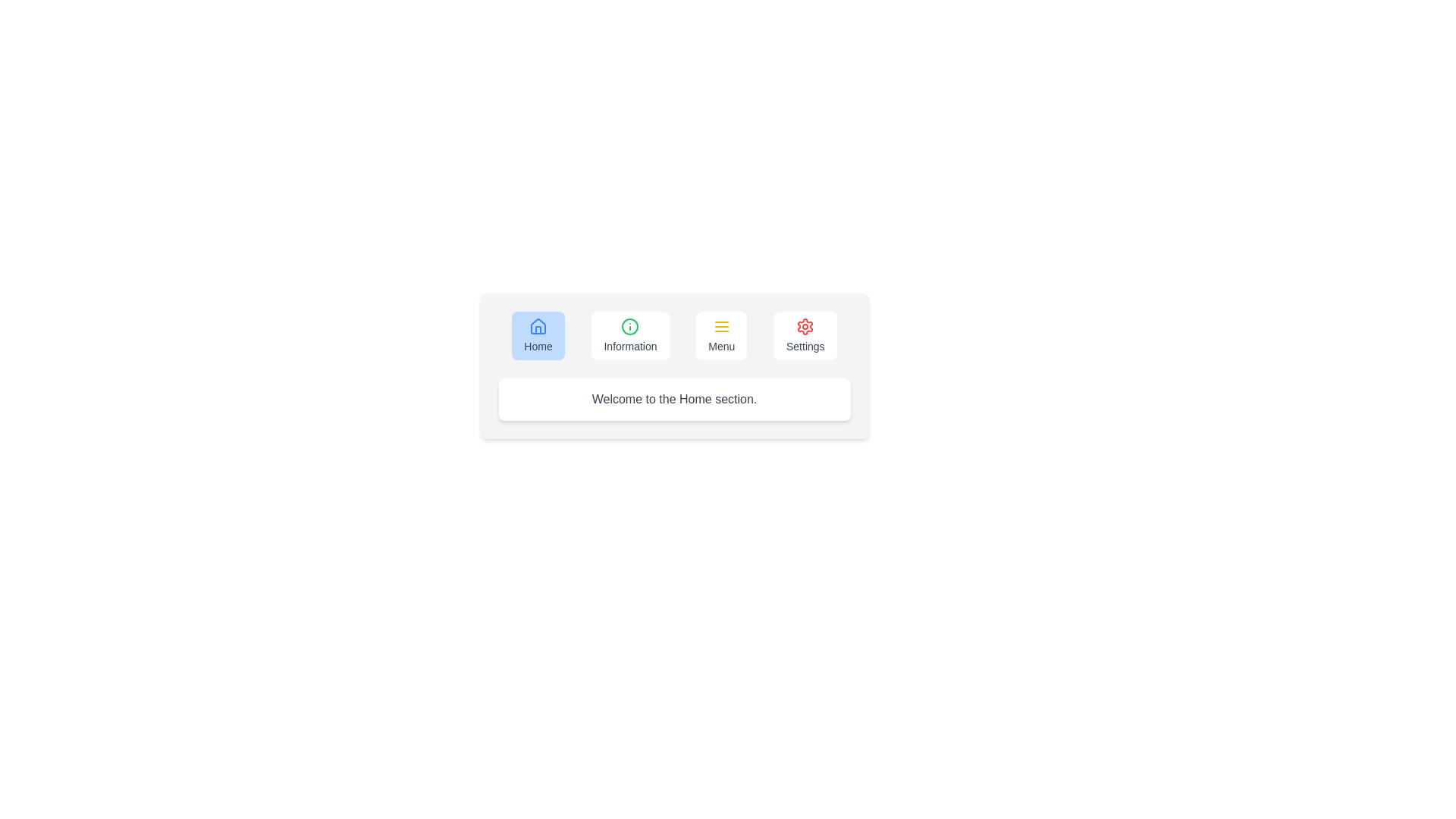  I want to click on the 'Information' button, which is a rectangular button with a white background and a green circular icon with an 'i' above the label 'Information' in dark gray text, located second in a row of four buttons aligned horizontally, so click(630, 335).